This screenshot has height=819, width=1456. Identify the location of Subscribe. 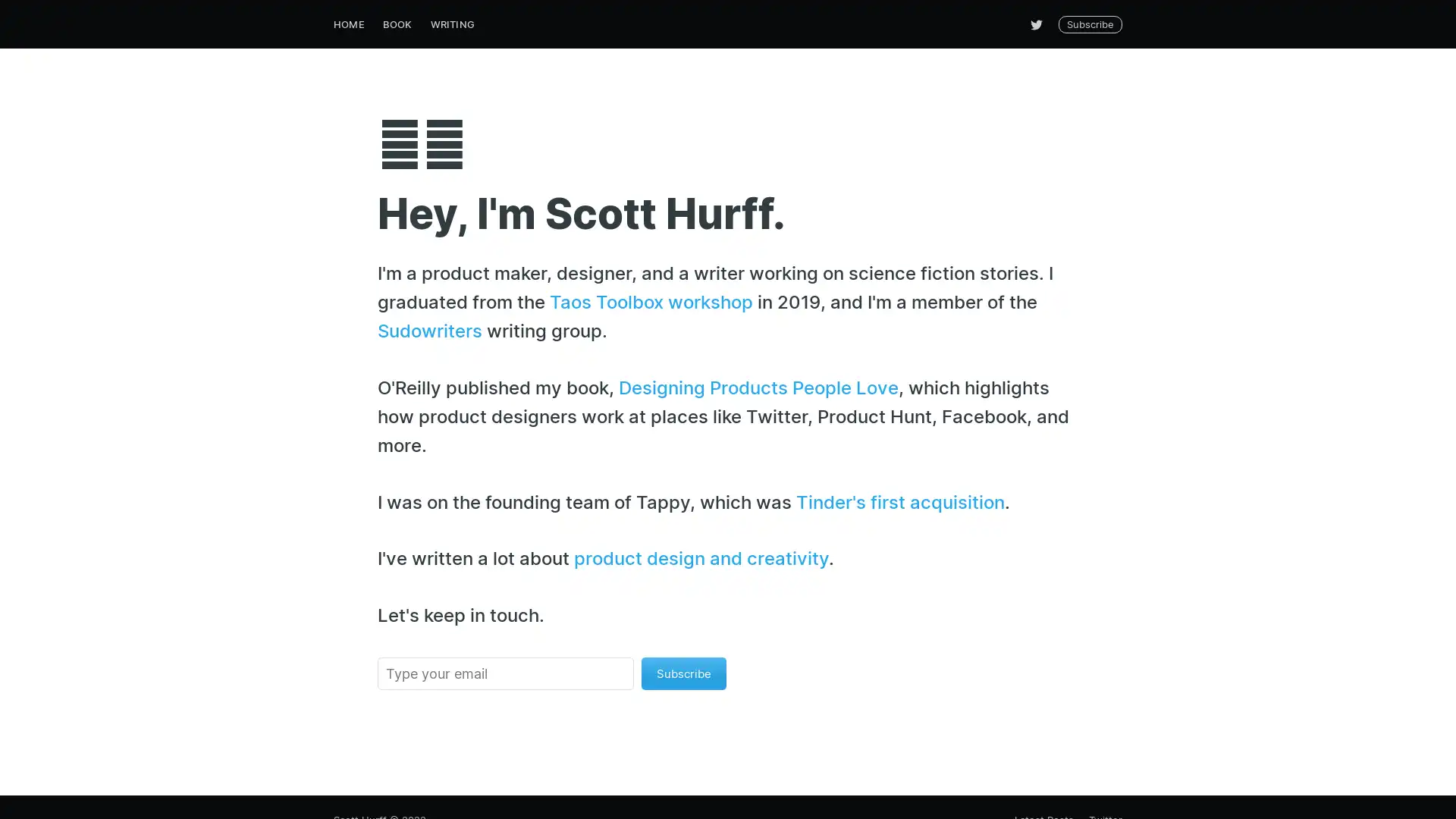
(682, 673).